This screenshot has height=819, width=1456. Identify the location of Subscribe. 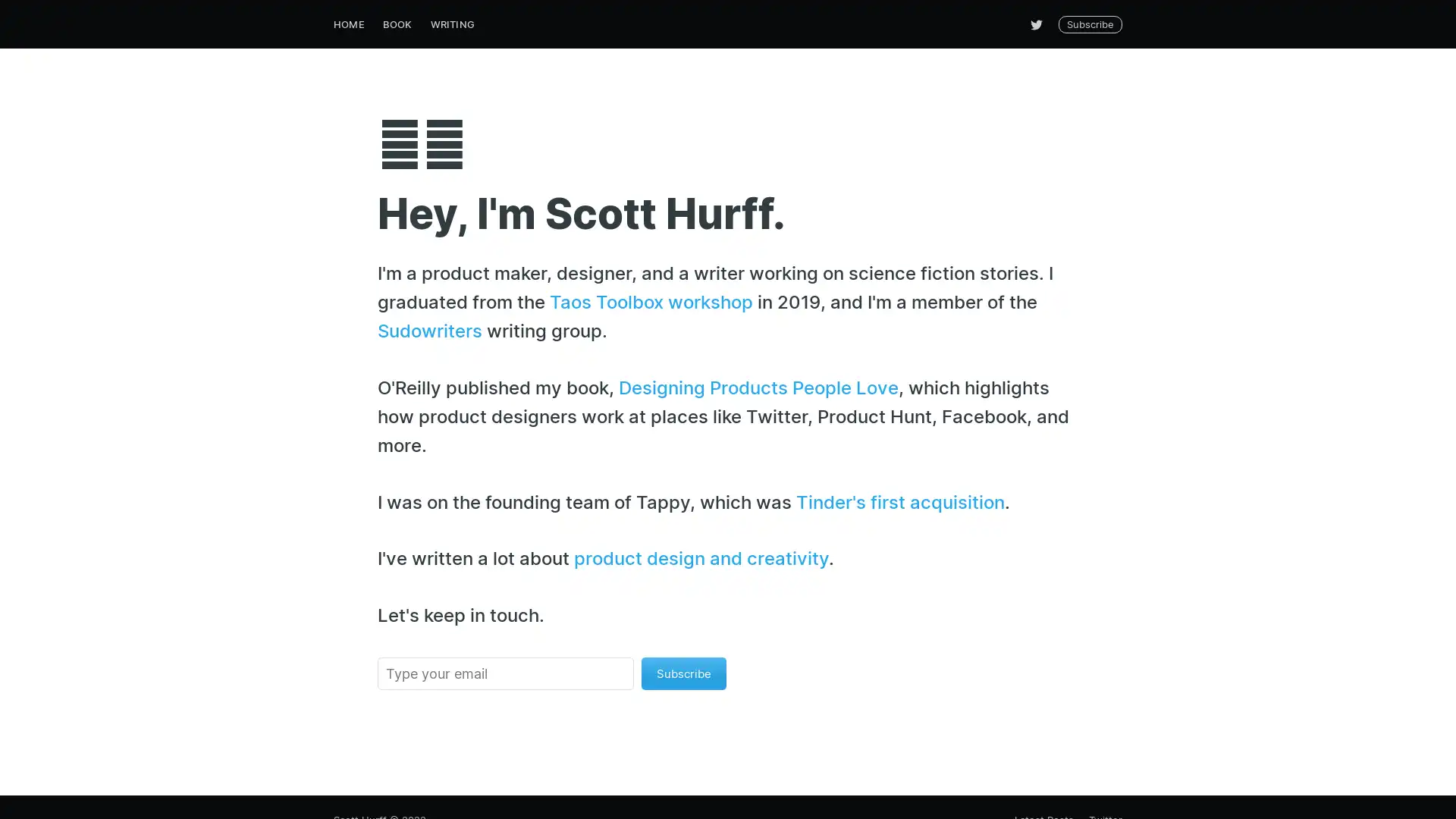
(682, 673).